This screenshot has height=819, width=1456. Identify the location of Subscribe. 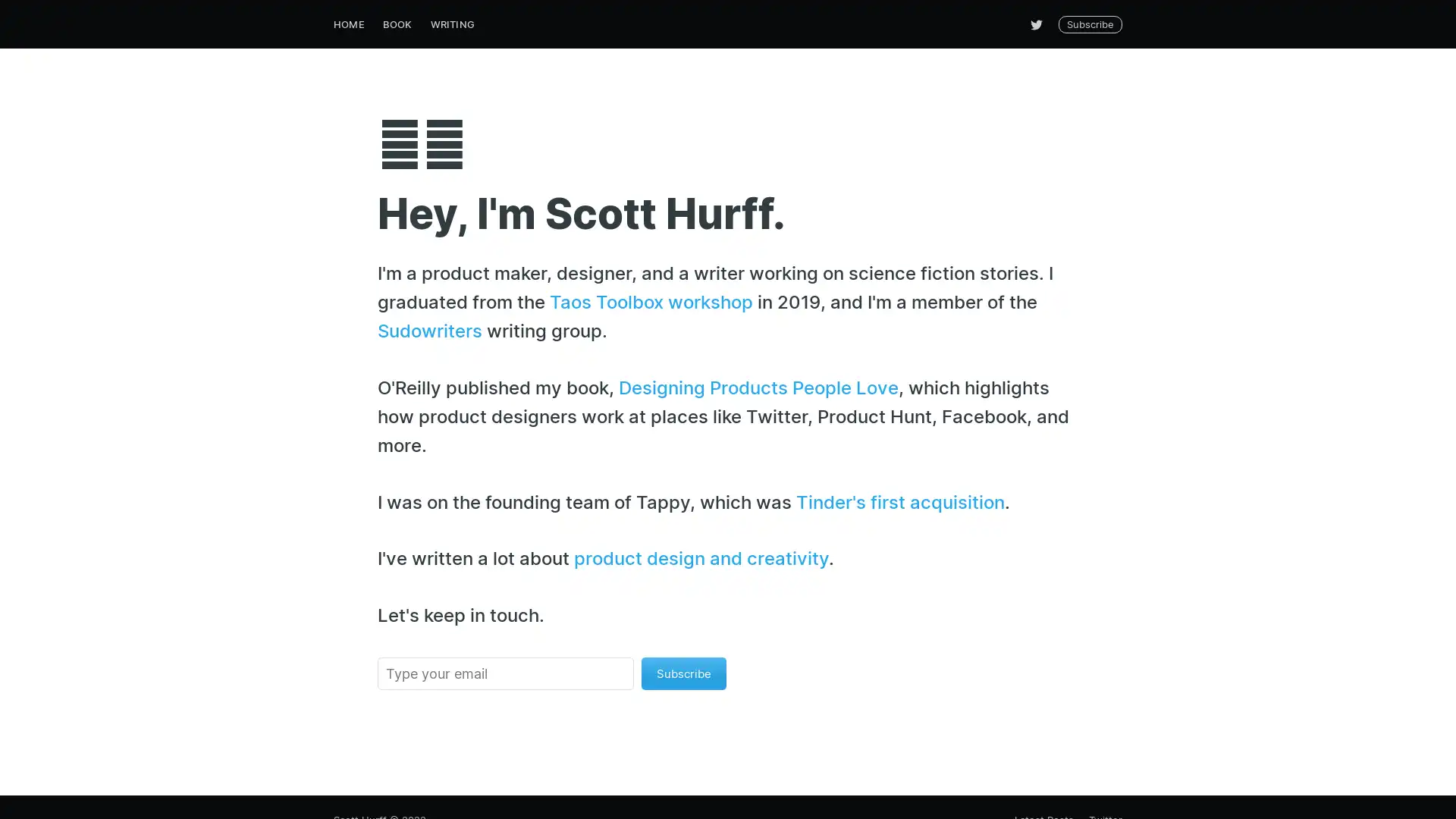
(682, 673).